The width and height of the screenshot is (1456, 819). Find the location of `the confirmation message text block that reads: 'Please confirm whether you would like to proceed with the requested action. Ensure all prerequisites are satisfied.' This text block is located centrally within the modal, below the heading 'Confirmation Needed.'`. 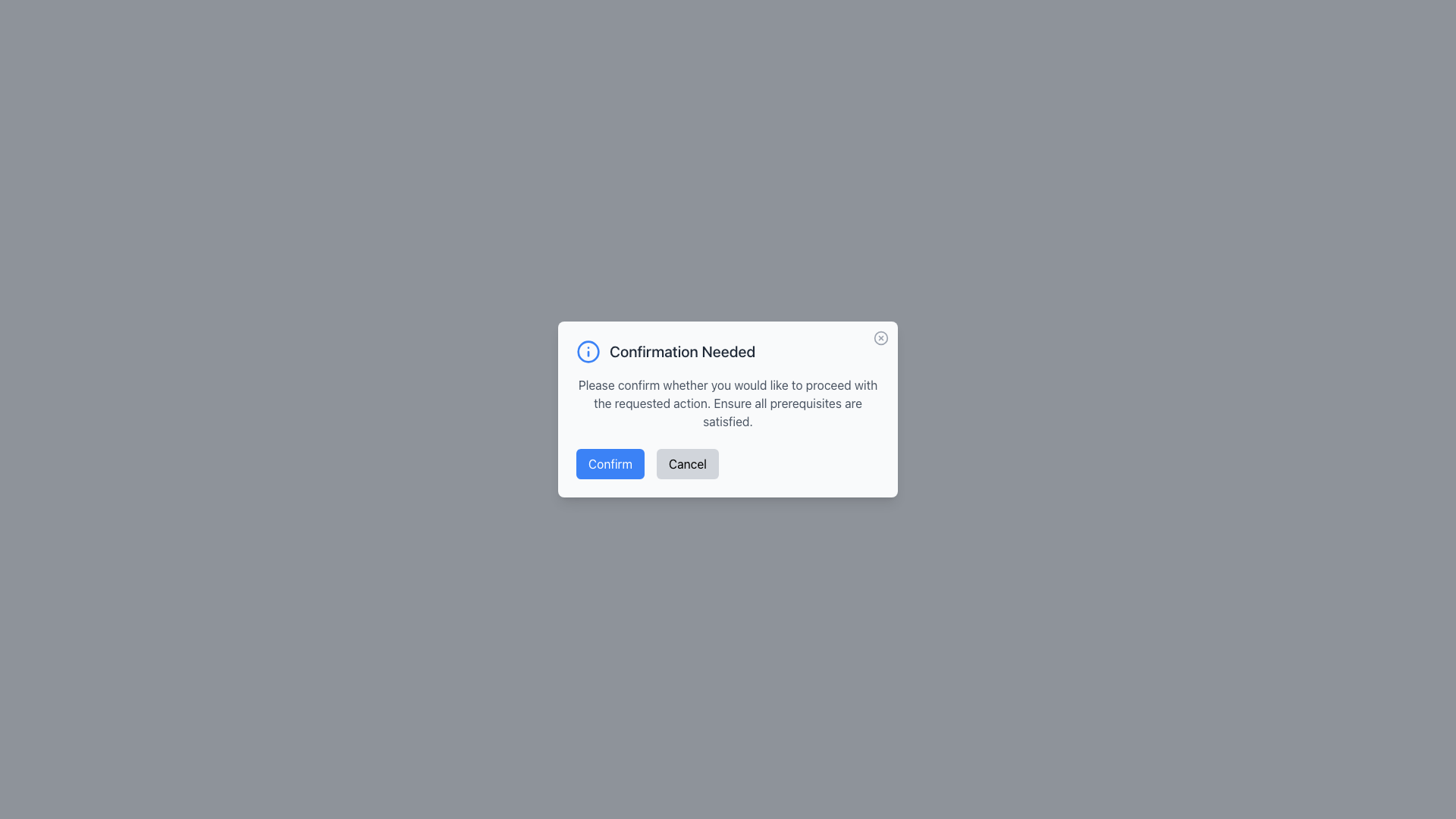

the confirmation message text block that reads: 'Please confirm whether you would like to proceed with the requested action. Ensure all prerequisites are satisfied.' This text block is located centrally within the modal, below the heading 'Confirmation Needed.' is located at coordinates (728, 403).